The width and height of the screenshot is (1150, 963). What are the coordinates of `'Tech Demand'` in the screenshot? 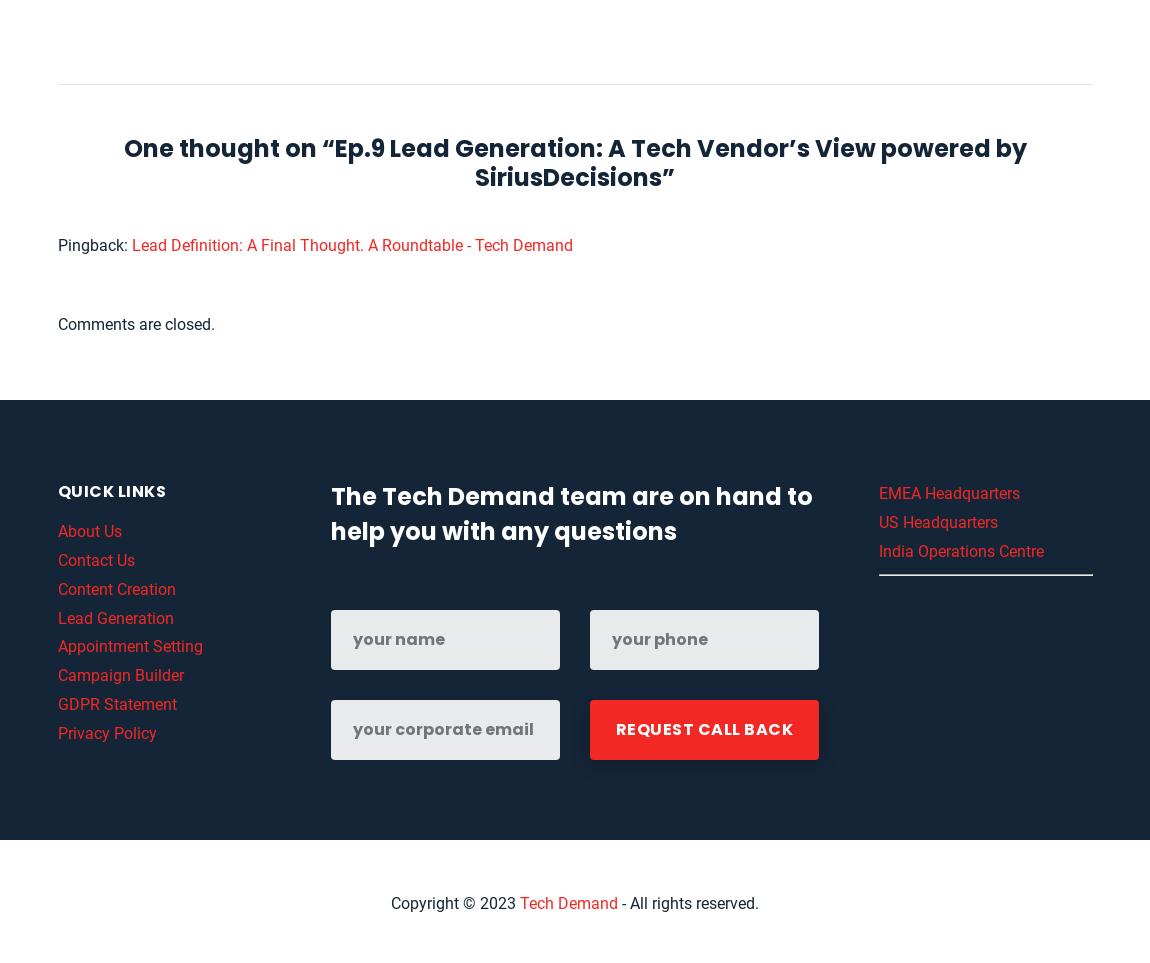 It's located at (569, 901).